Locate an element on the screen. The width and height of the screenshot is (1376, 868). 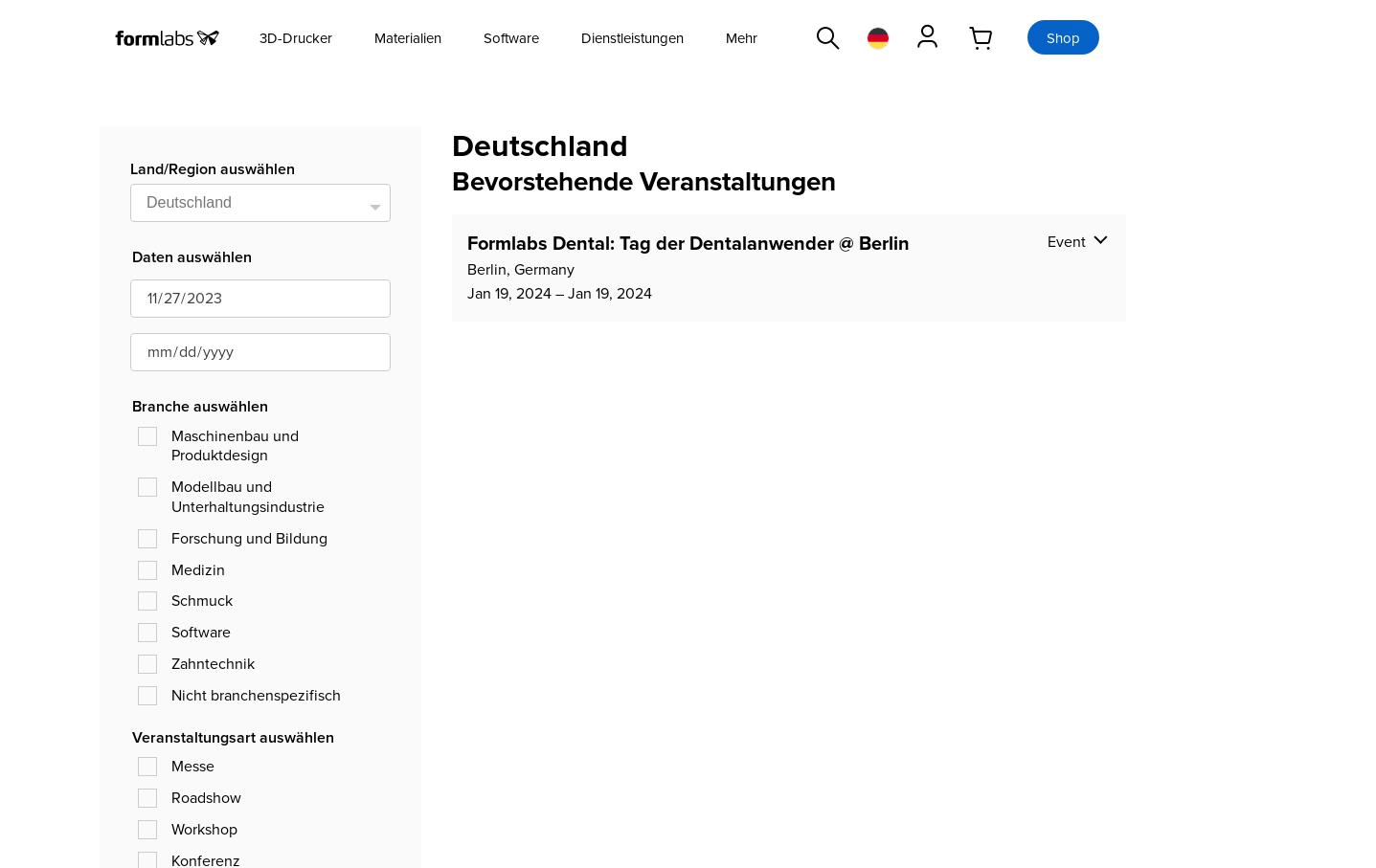
'Messe' is located at coordinates (192, 766).